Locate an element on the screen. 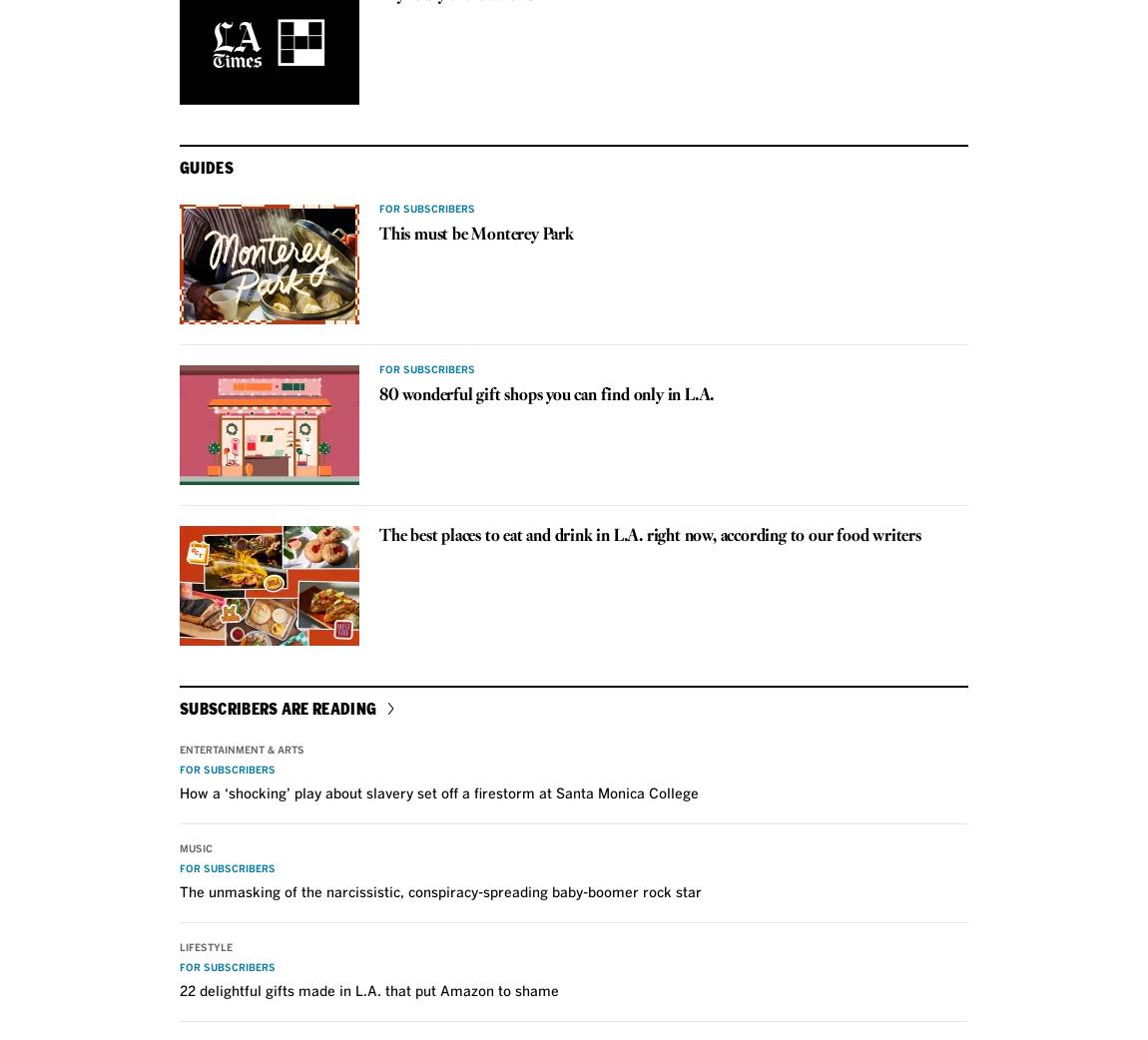 This screenshot has height=1040, width=1148. 'Music' is located at coordinates (195, 847).